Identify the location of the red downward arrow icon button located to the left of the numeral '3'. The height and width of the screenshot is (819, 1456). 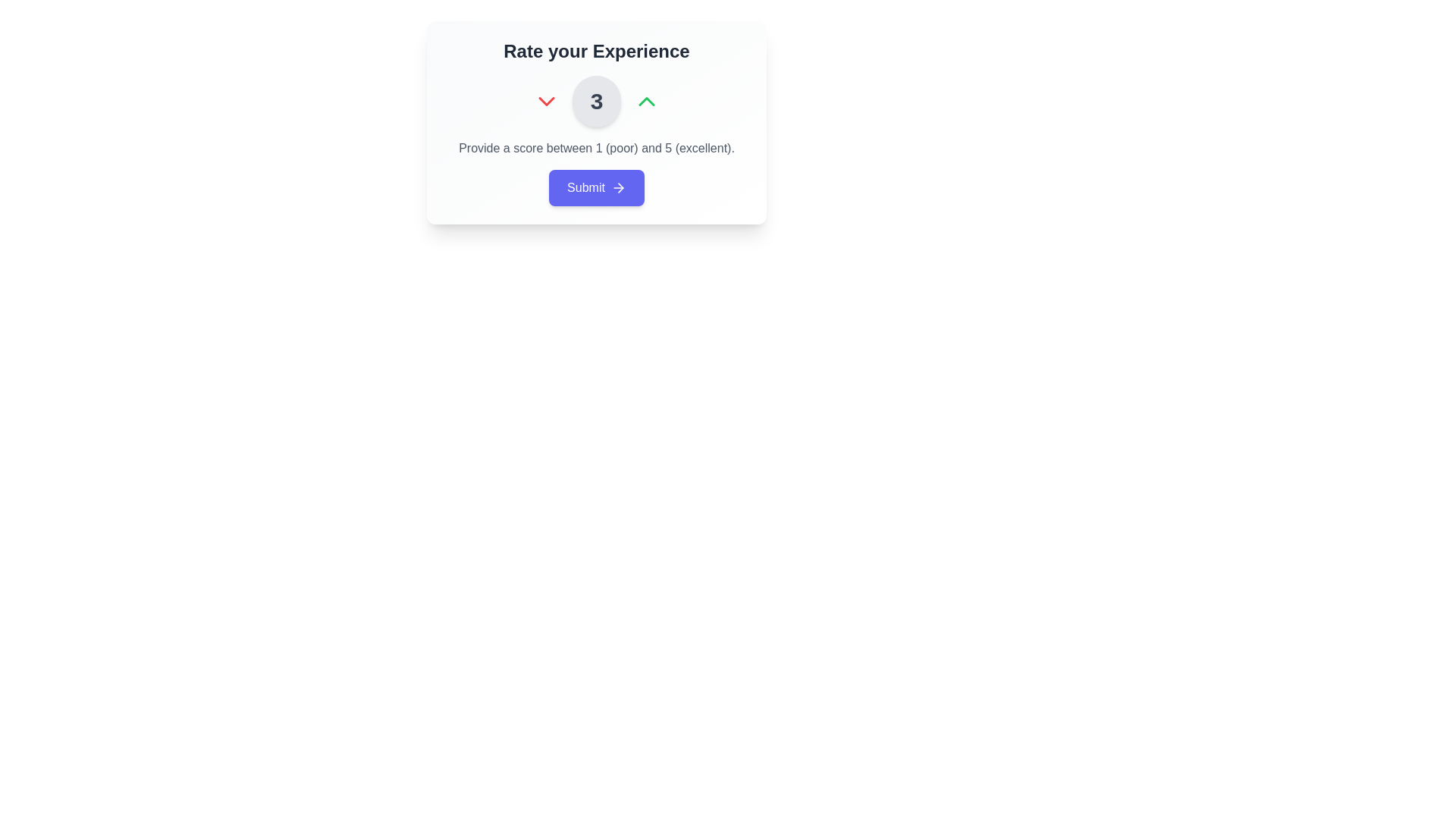
(546, 102).